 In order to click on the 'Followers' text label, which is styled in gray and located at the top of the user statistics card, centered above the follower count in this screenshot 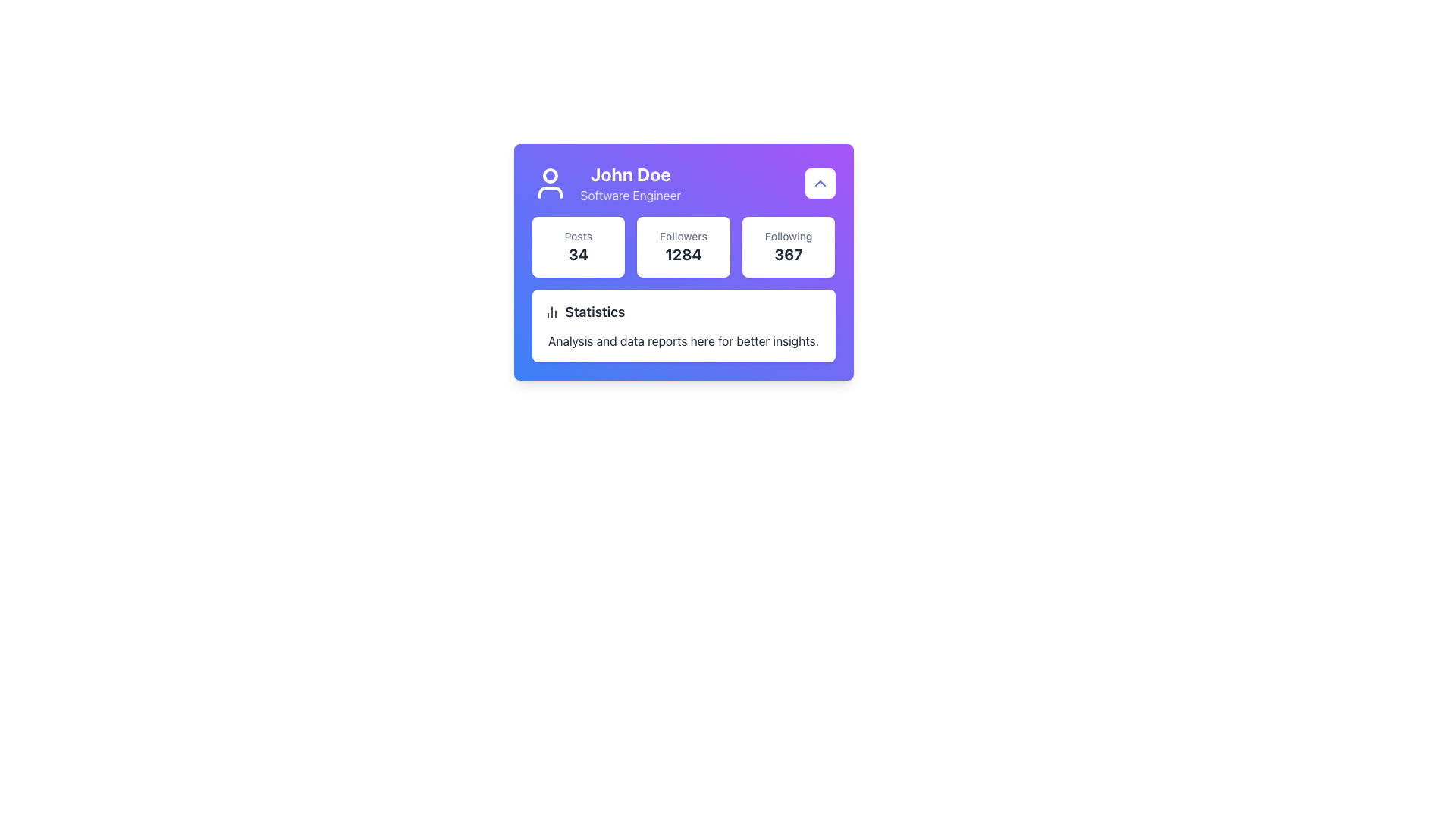, I will do `click(682, 237)`.